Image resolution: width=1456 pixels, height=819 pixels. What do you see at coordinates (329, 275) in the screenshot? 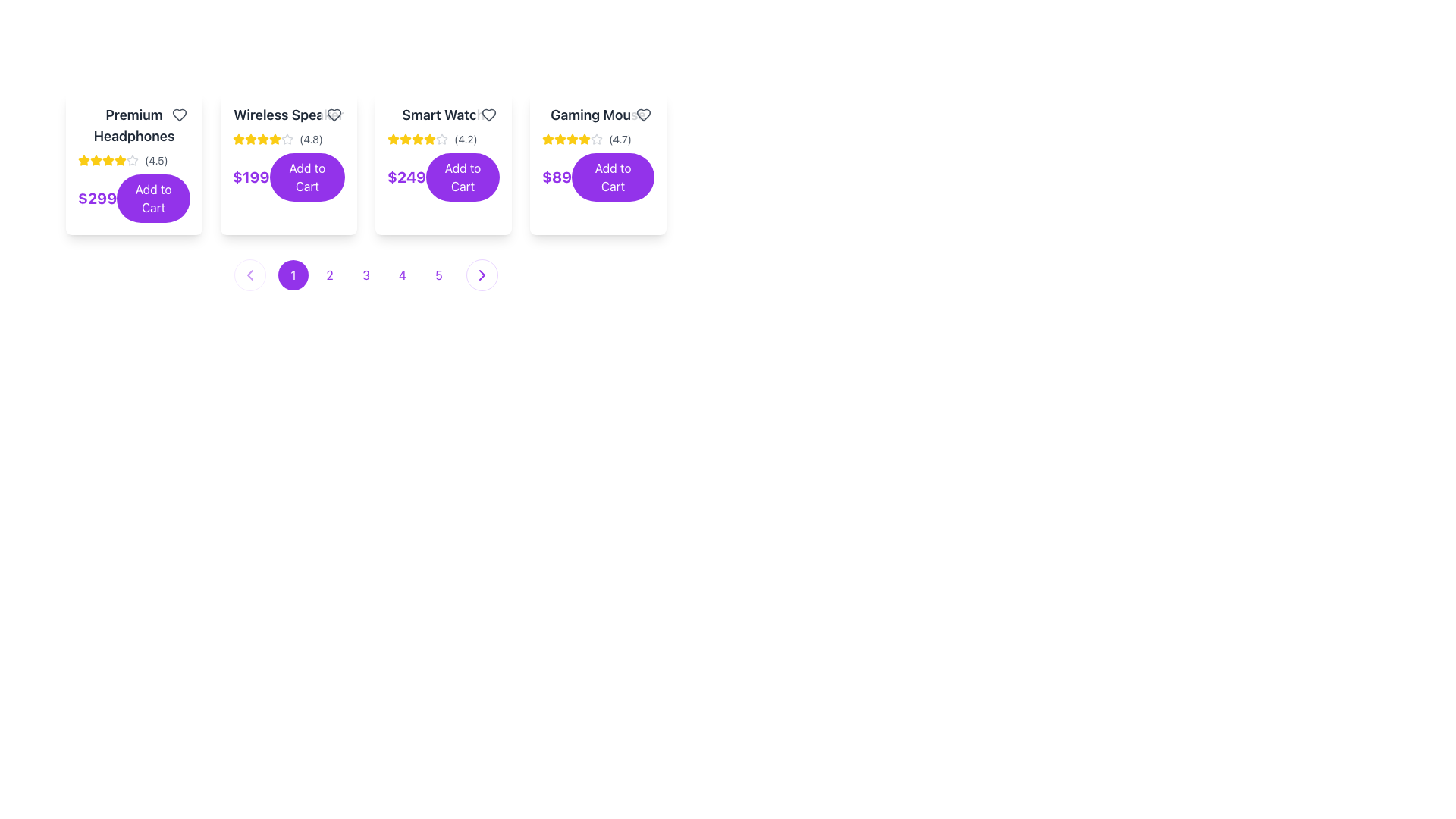
I see `the circular button with a purple border and white background, containing the numeral '2' in purple text, which is the second button in a horizontal sequence of five buttons` at bounding box center [329, 275].